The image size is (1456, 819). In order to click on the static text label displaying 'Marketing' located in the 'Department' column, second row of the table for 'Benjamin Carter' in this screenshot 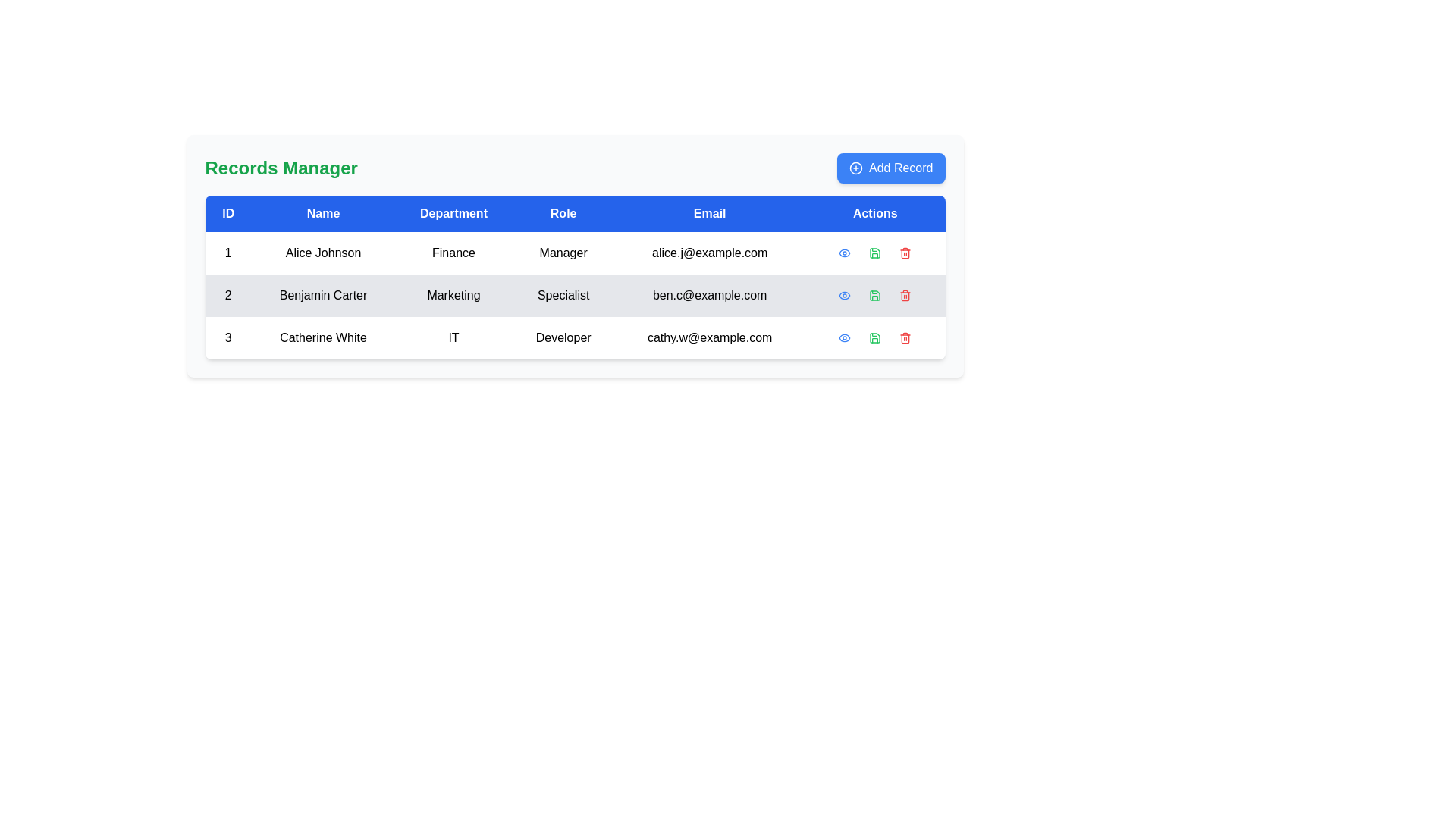, I will do `click(453, 295)`.